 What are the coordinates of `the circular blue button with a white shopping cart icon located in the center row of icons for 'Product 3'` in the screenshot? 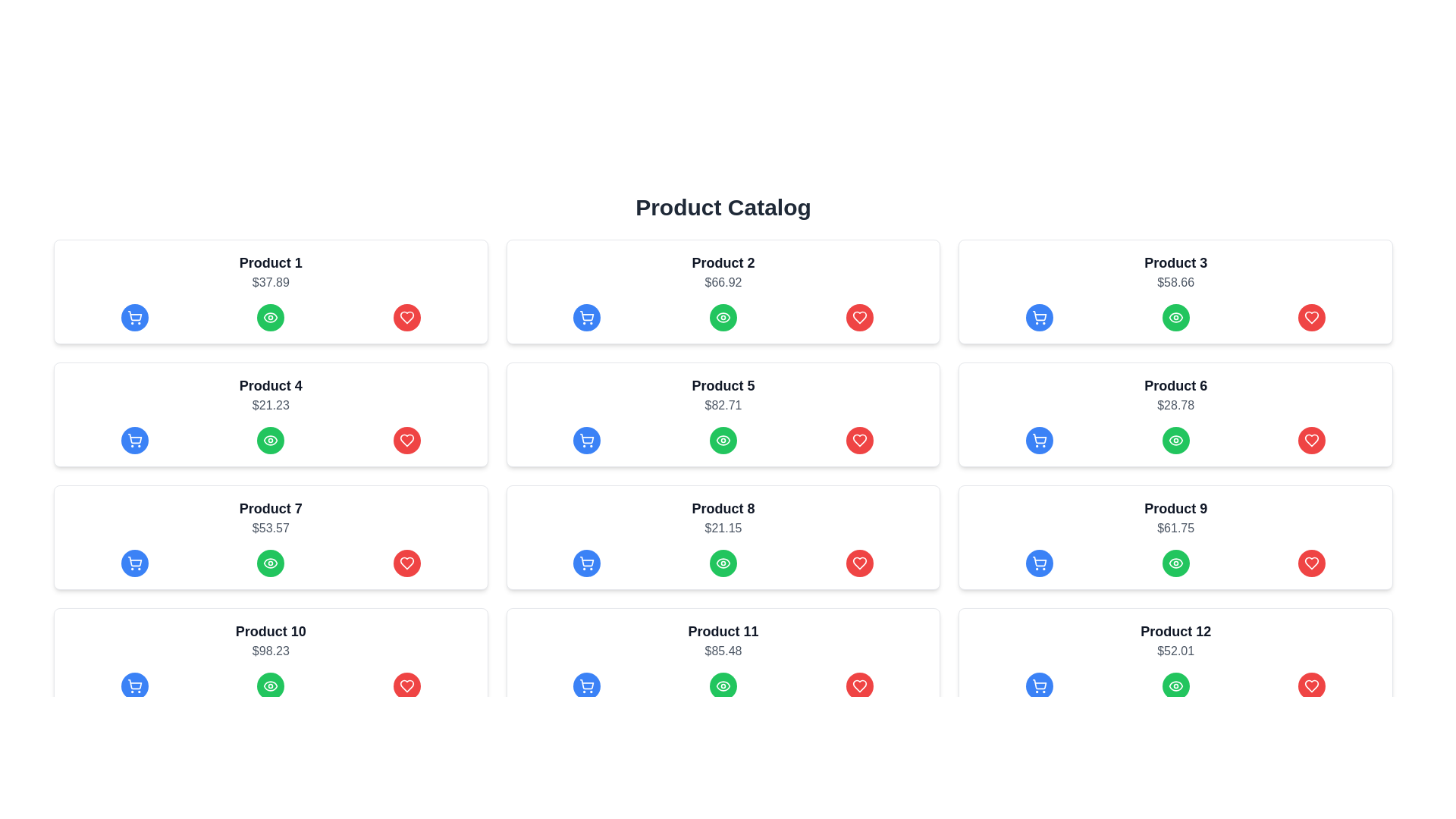 It's located at (1039, 317).